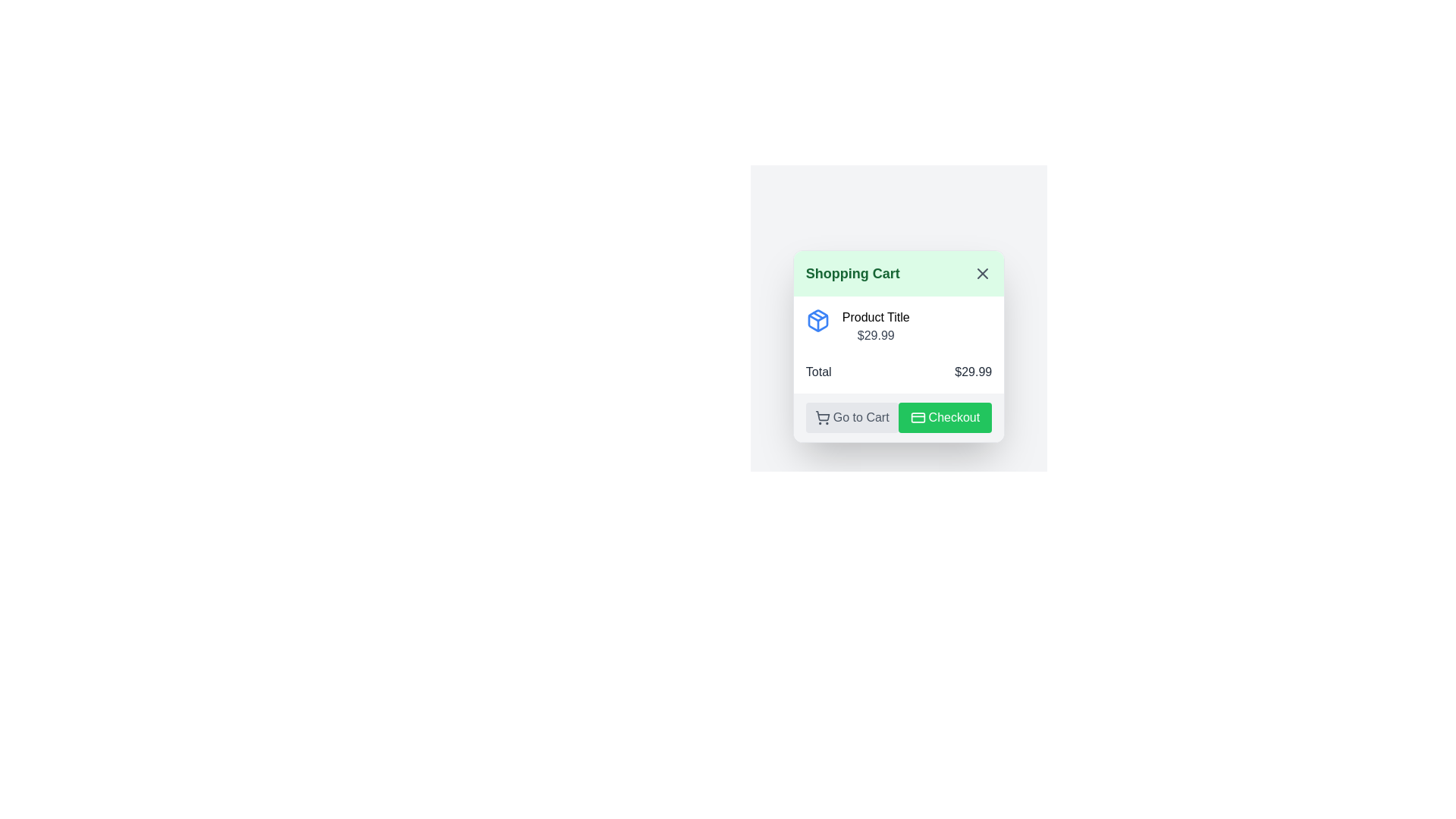  I want to click on the static text displaying the price '$29.99', which is positioned below the 'Product Title' text in the shopping cart interface, so click(876, 334).